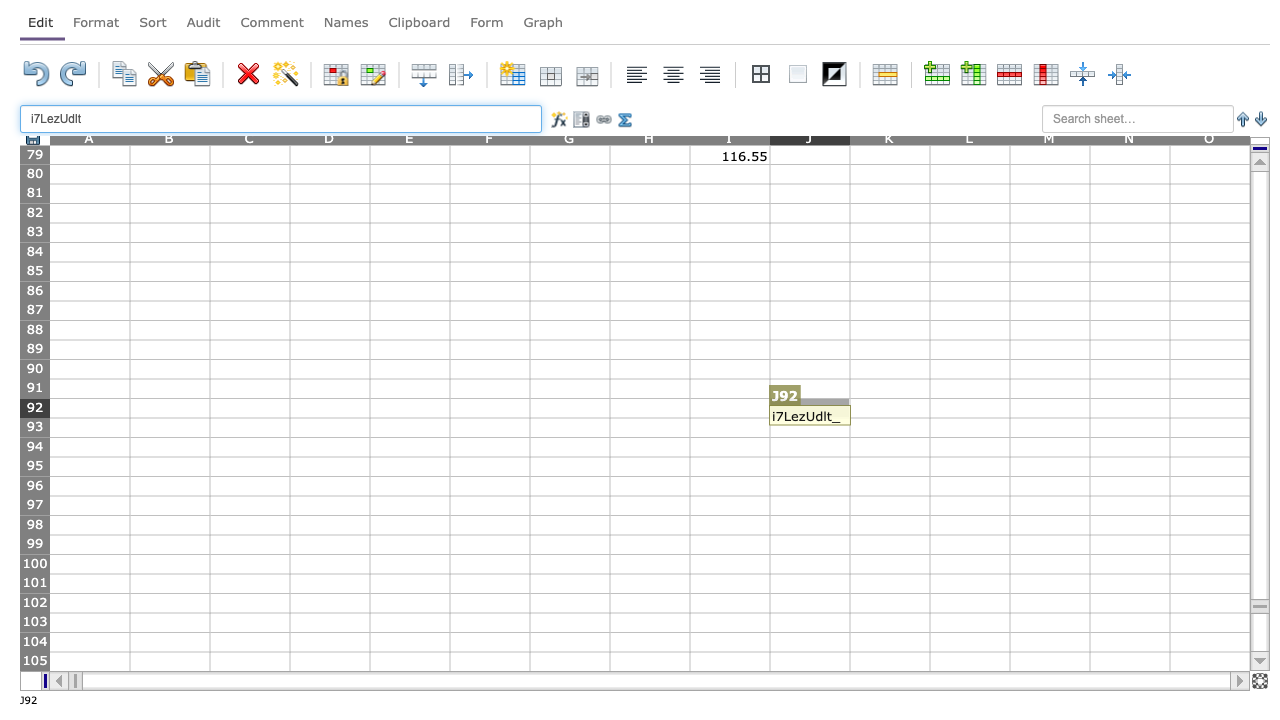 The width and height of the screenshot is (1280, 720). What do you see at coordinates (888, 661) in the screenshot?
I see `K105` at bounding box center [888, 661].